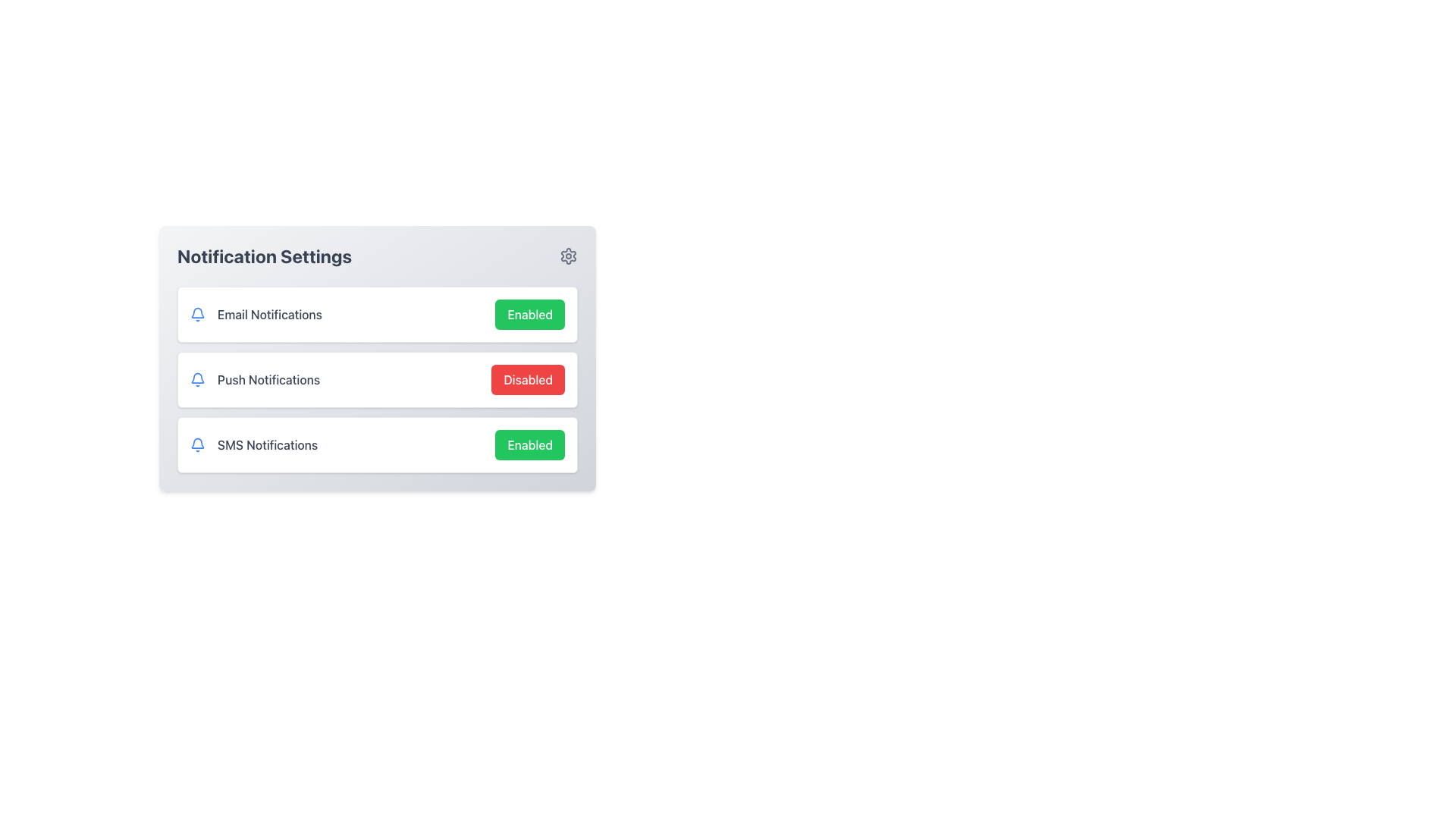  Describe the element at coordinates (530, 444) in the screenshot. I see `the SMS Notifications toggle button located at the right of the card in the notification settings section` at that location.